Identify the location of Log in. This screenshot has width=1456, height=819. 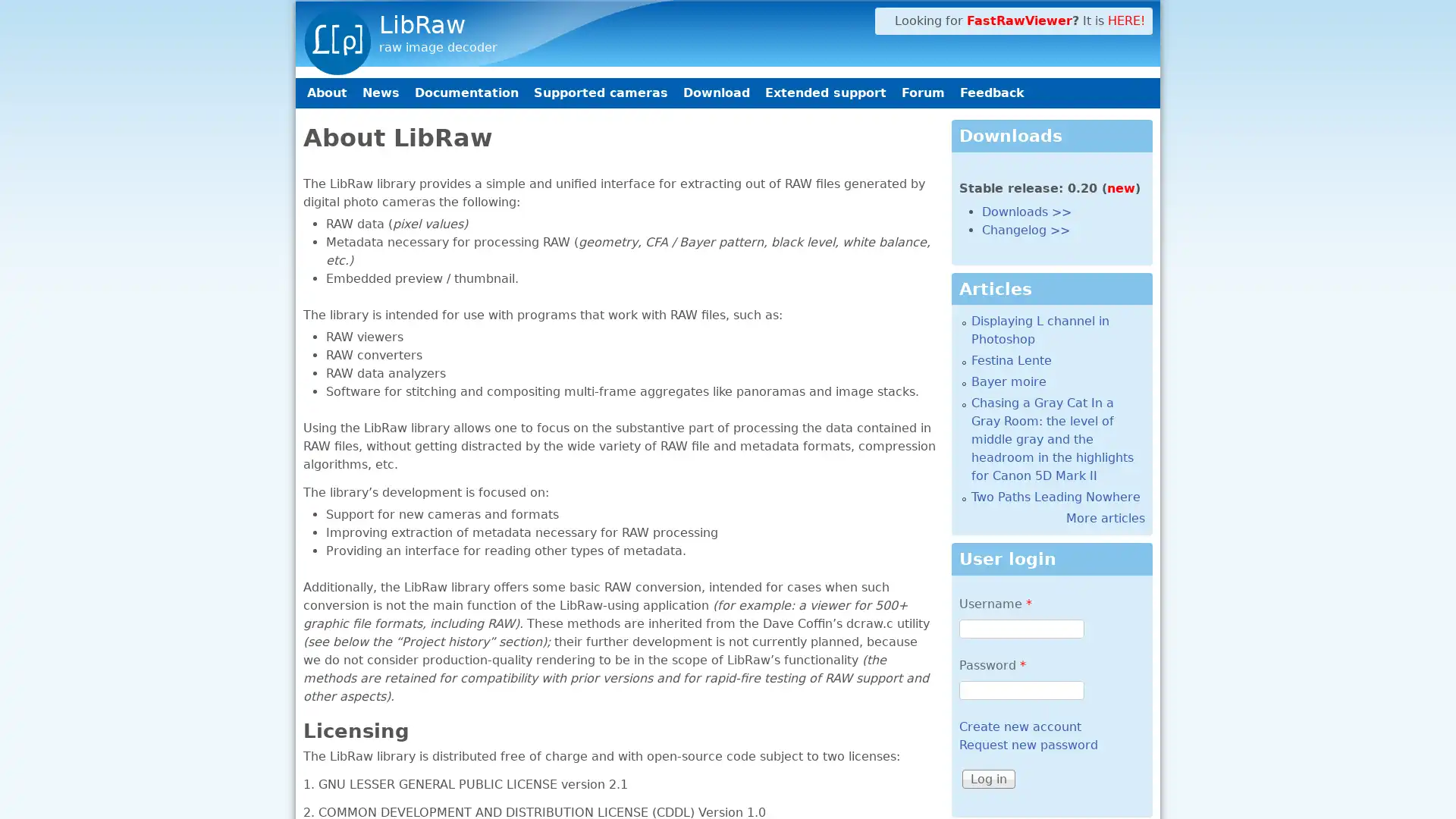
(989, 778).